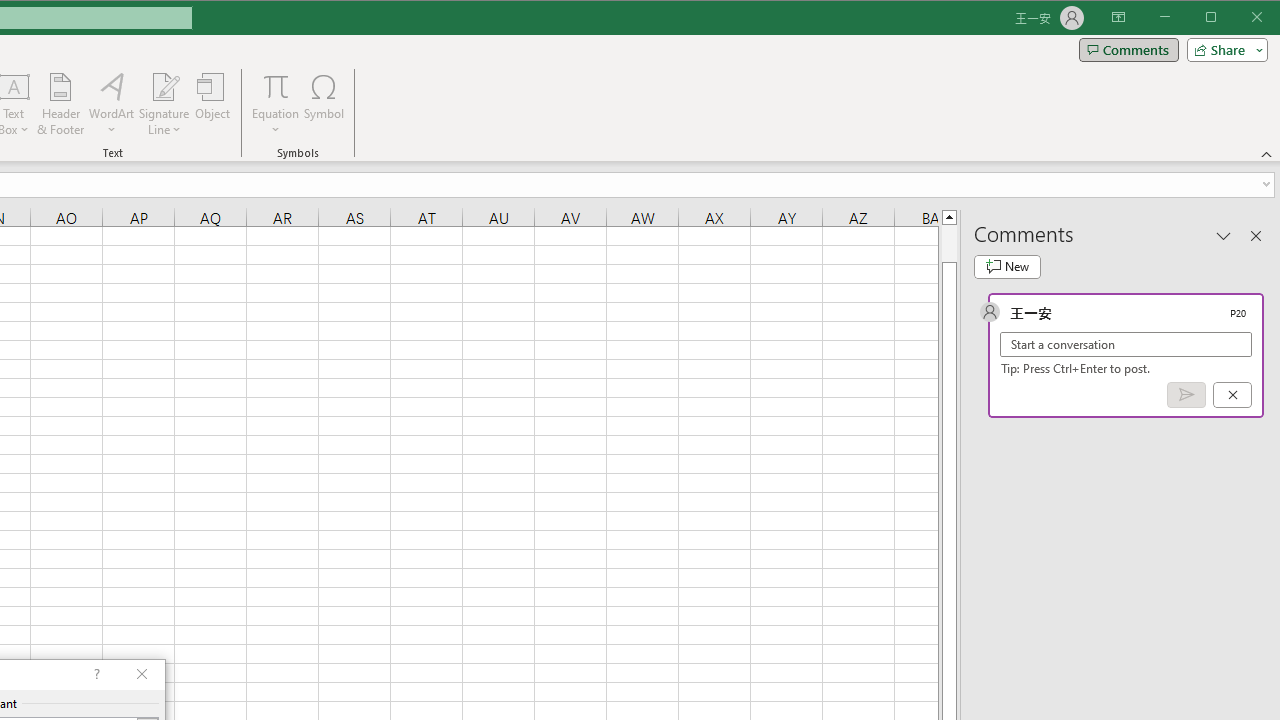 Image resolution: width=1280 pixels, height=720 pixels. Describe the element at coordinates (948, 242) in the screenshot. I see `'Page up'` at that location.